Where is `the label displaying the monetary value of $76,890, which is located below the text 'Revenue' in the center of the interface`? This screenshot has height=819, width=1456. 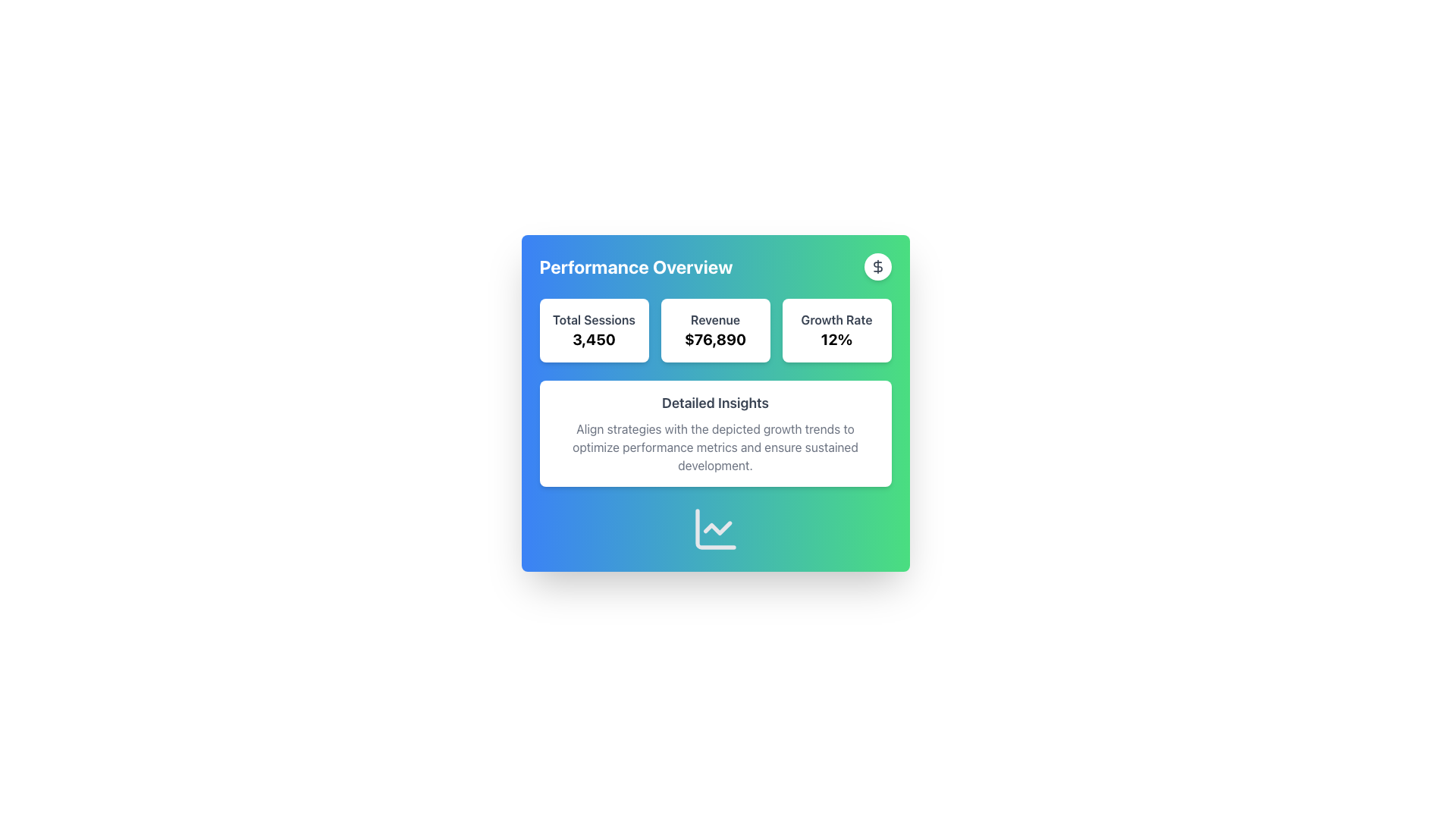 the label displaying the monetary value of $76,890, which is located below the text 'Revenue' in the center of the interface is located at coordinates (714, 338).